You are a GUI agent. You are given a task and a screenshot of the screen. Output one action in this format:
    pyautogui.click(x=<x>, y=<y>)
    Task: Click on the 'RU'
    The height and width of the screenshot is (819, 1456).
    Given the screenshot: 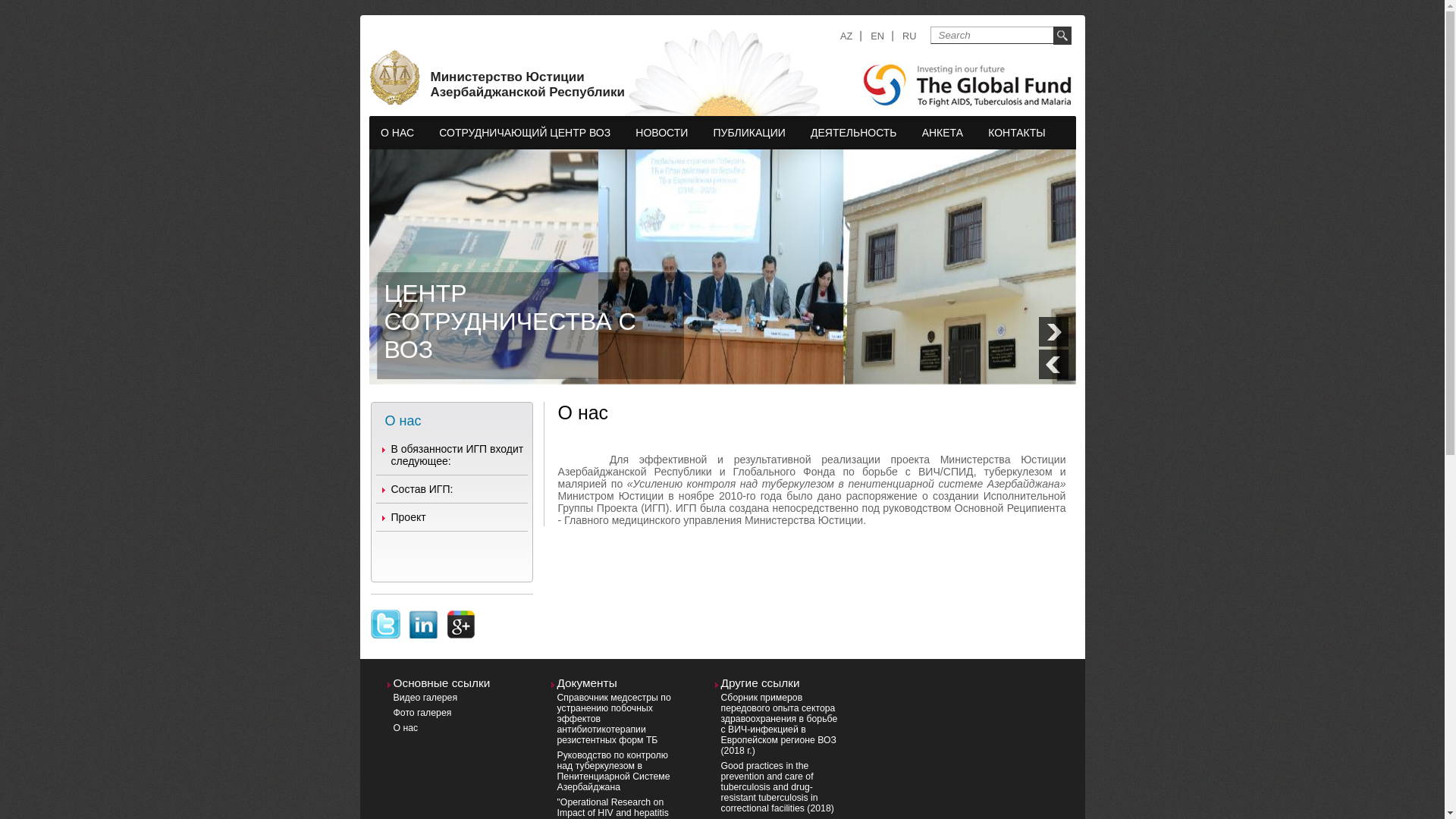 What is the action you would take?
    pyautogui.click(x=909, y=35)
    